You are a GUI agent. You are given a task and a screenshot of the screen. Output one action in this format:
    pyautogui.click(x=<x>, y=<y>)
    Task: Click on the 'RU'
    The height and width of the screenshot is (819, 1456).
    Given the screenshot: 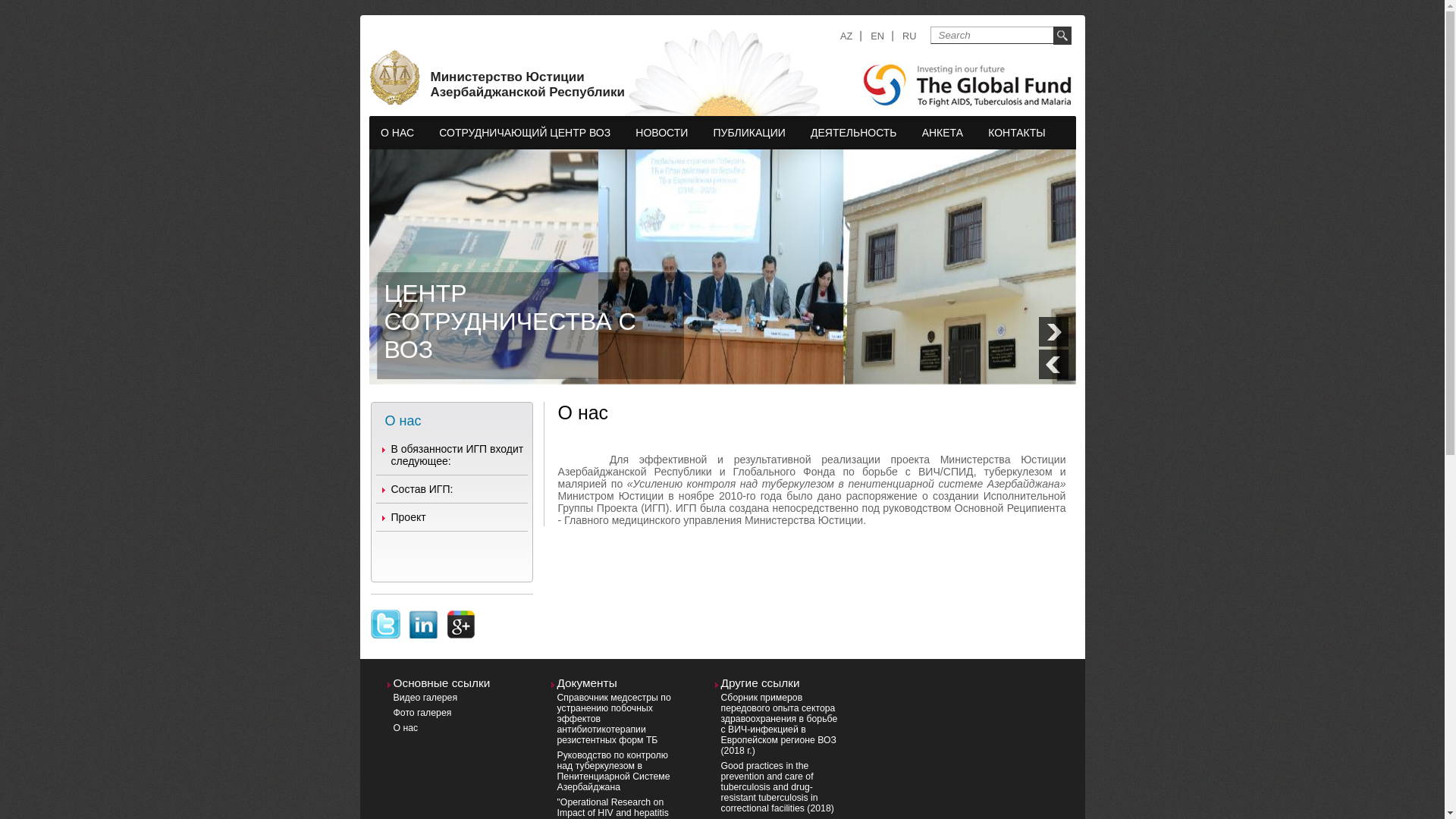 What is the action you would take?
    pyautogui.click(x=909, y=35)
    